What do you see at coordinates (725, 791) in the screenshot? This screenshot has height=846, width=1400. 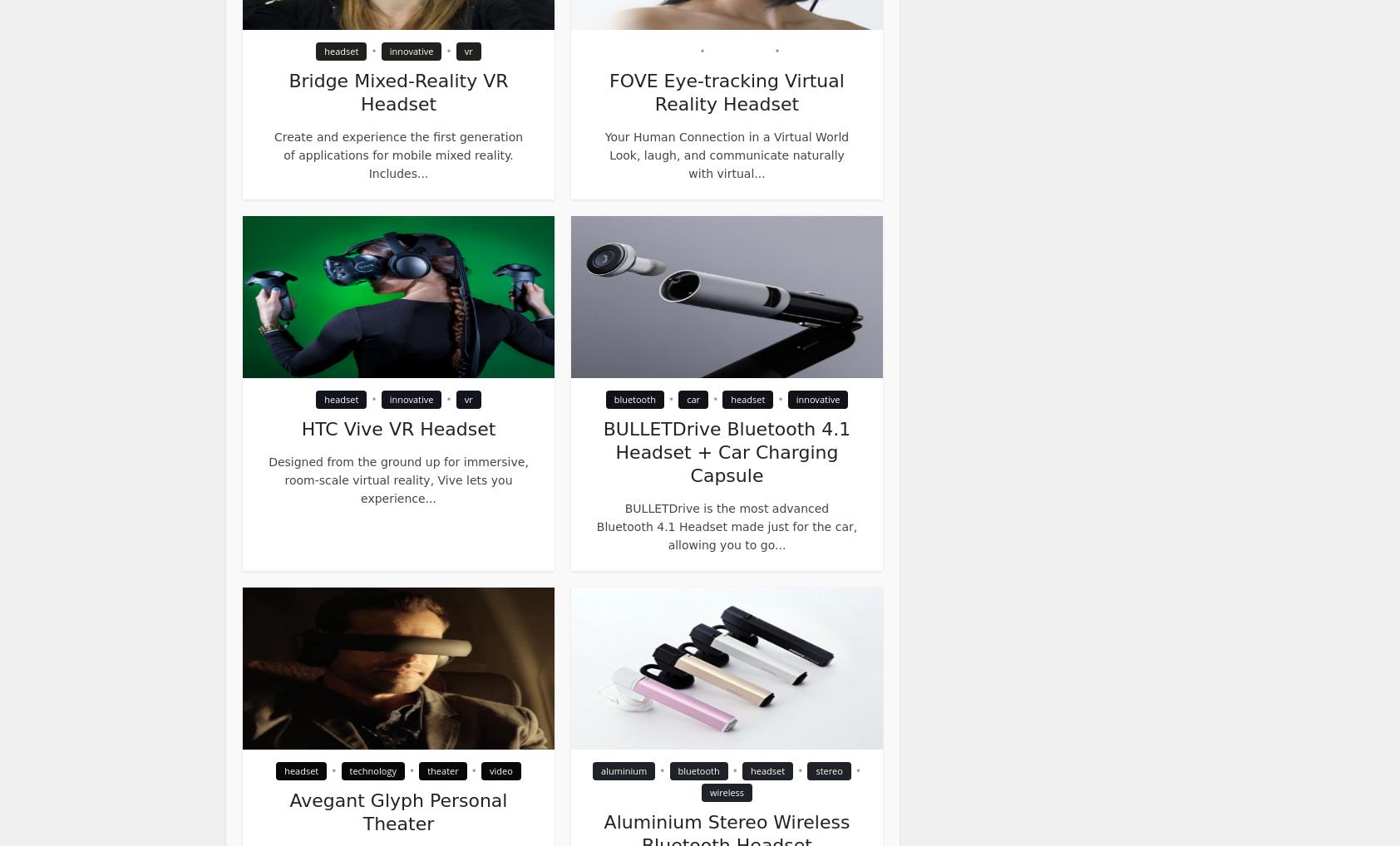 I see `'wireless'` at bounding box center [725, 791].